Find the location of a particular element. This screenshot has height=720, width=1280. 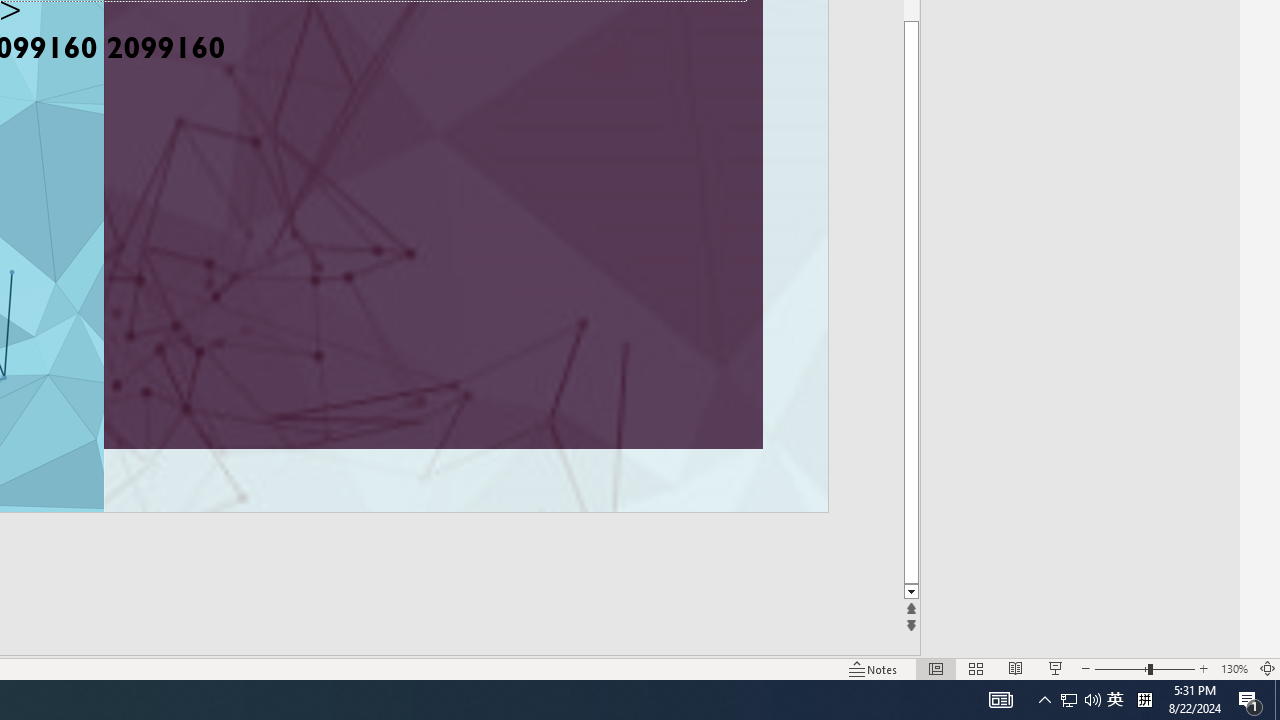

'Notes ' is located at coordinates (874, 669).